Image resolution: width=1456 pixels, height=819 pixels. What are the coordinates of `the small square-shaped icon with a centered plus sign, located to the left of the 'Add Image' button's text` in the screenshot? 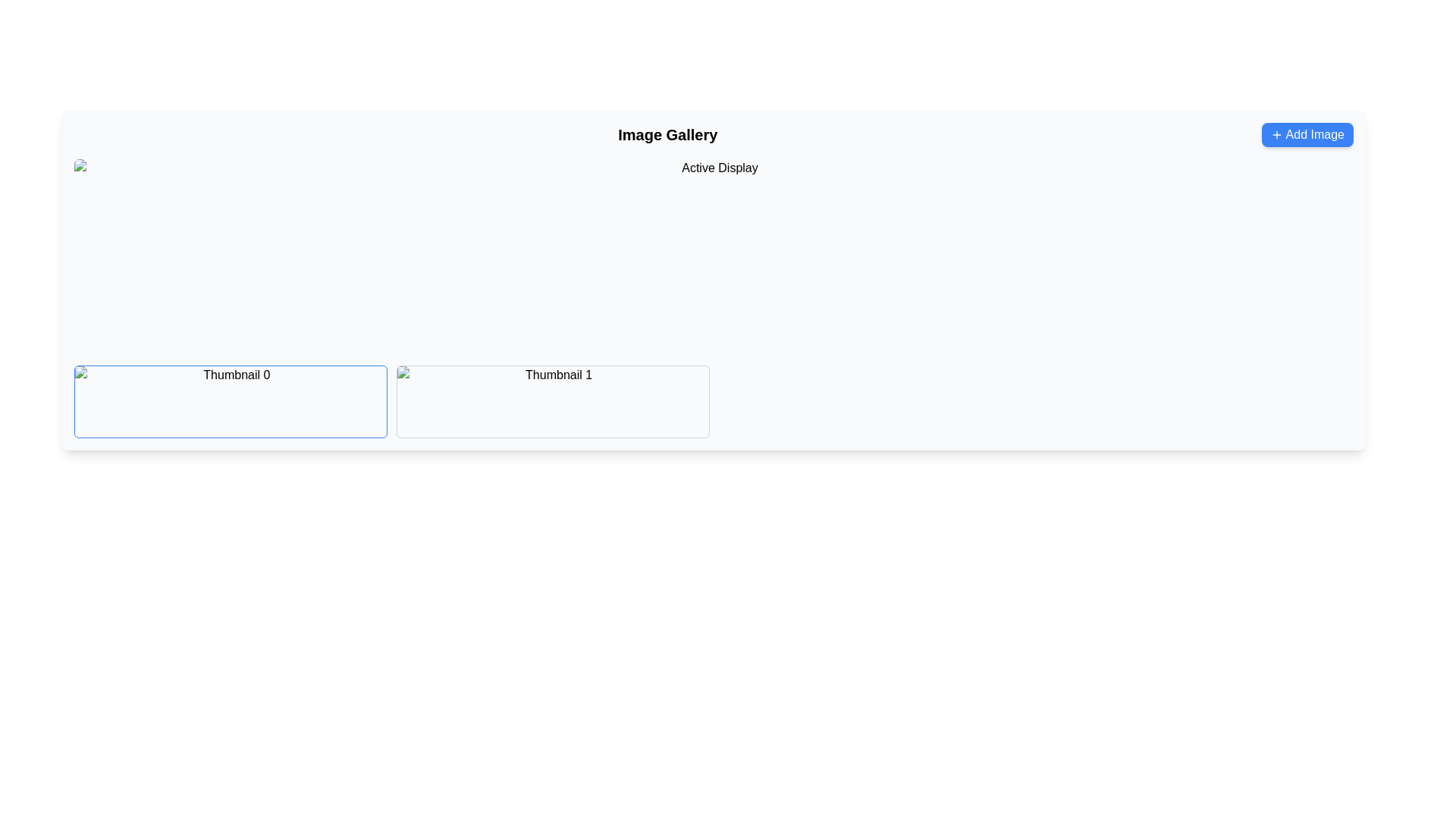 It's located at (1276, 133).